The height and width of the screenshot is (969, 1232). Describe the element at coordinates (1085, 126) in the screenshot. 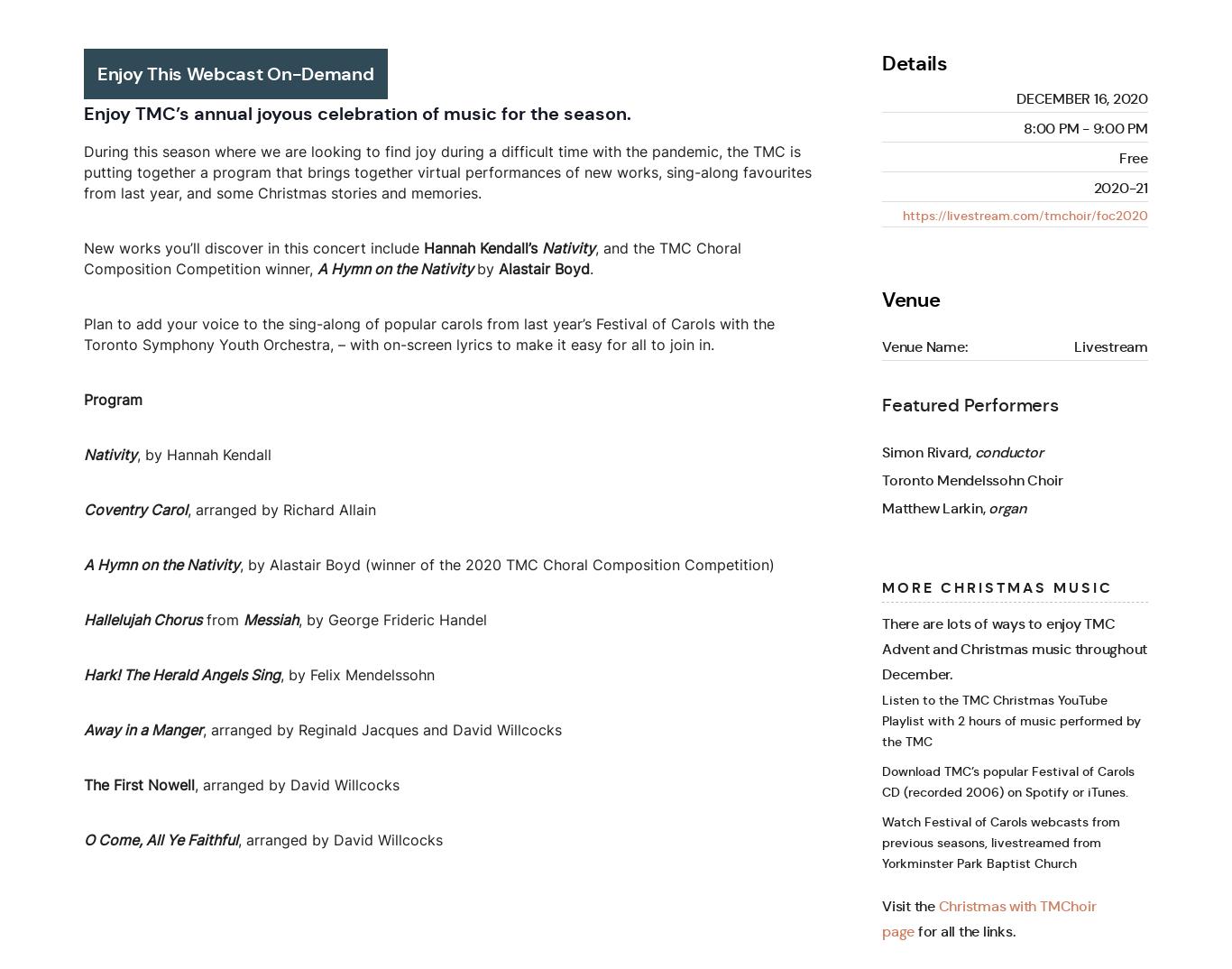

I see `'8:00 pm - 9:00 pm'` at that location.